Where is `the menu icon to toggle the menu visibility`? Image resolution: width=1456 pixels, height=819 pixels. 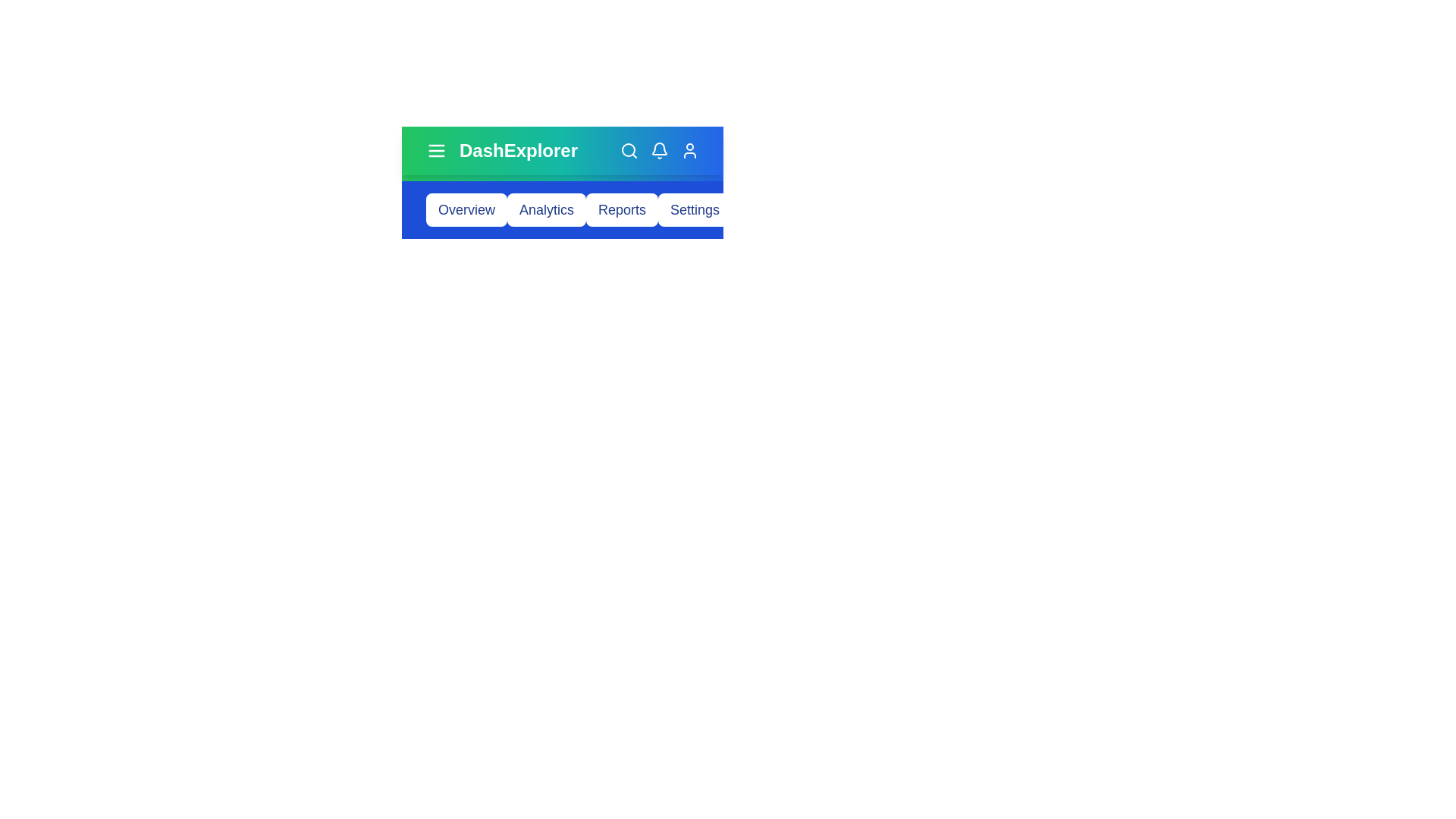
the menu icon to toggle the menu visibility is located at coordinates (436, 151).